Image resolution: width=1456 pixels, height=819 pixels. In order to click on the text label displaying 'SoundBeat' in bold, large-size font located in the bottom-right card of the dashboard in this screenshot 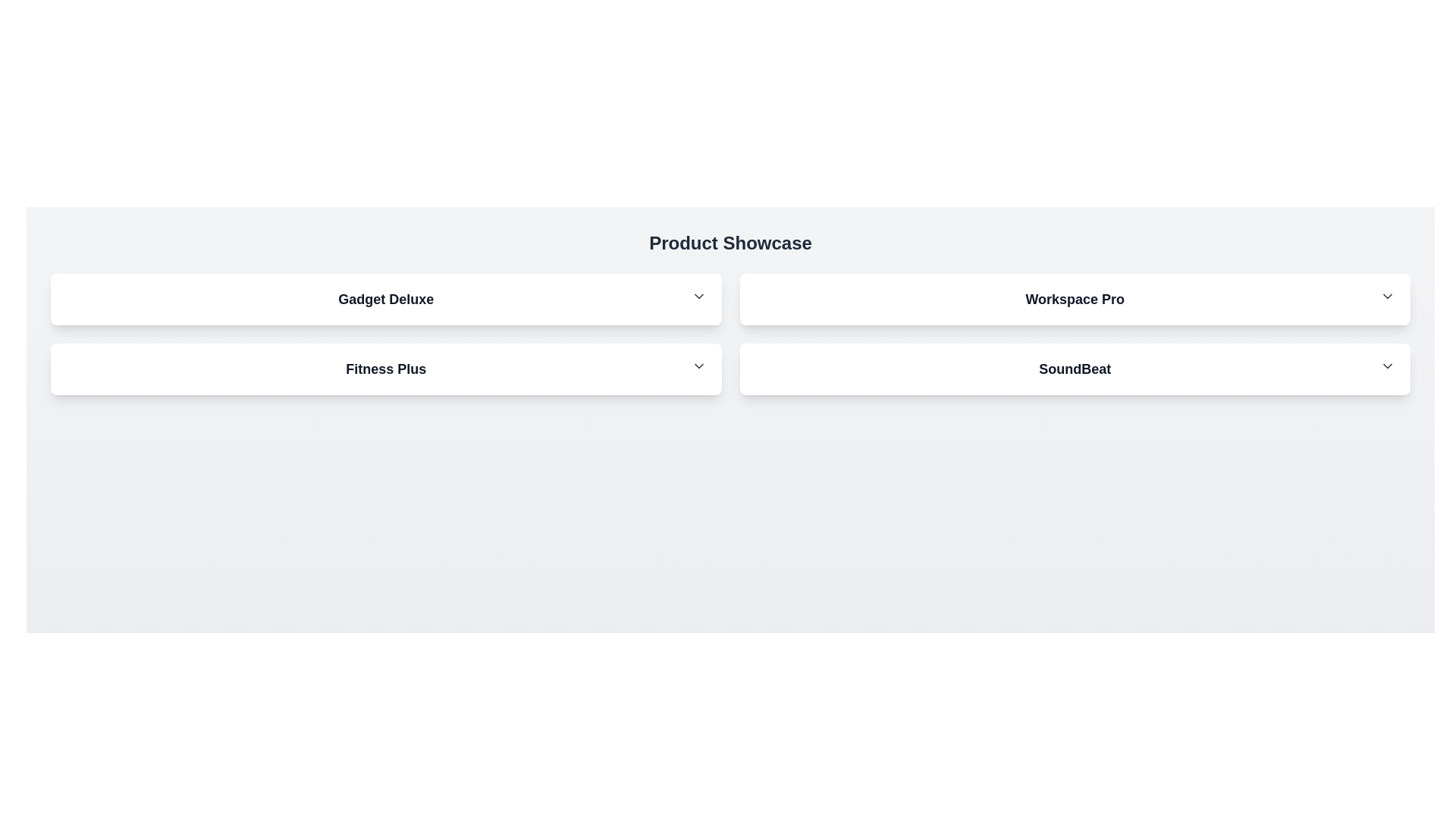, I will do `click(1074, 369)`.